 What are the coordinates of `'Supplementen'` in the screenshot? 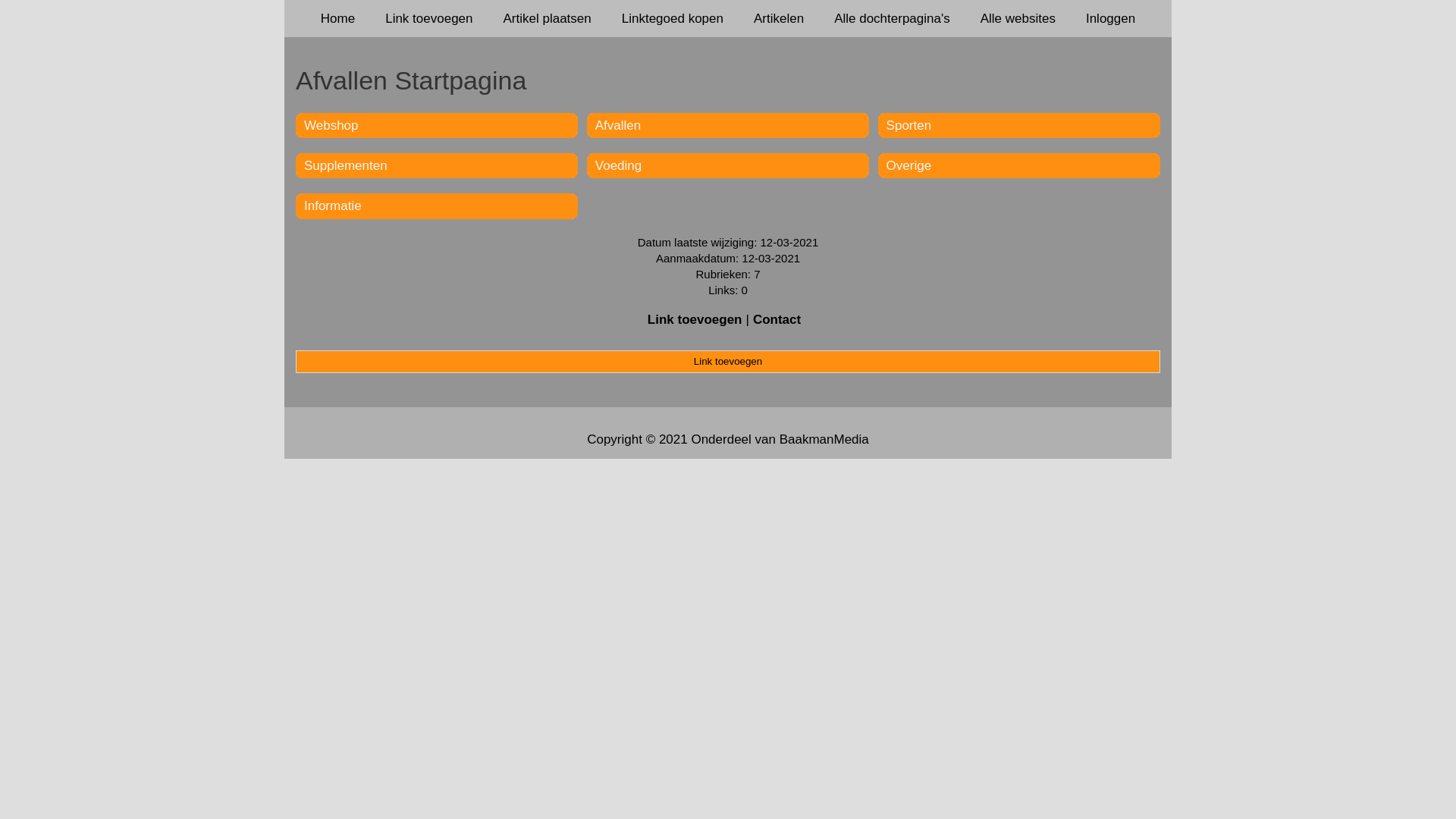 It's located at (345, 165).